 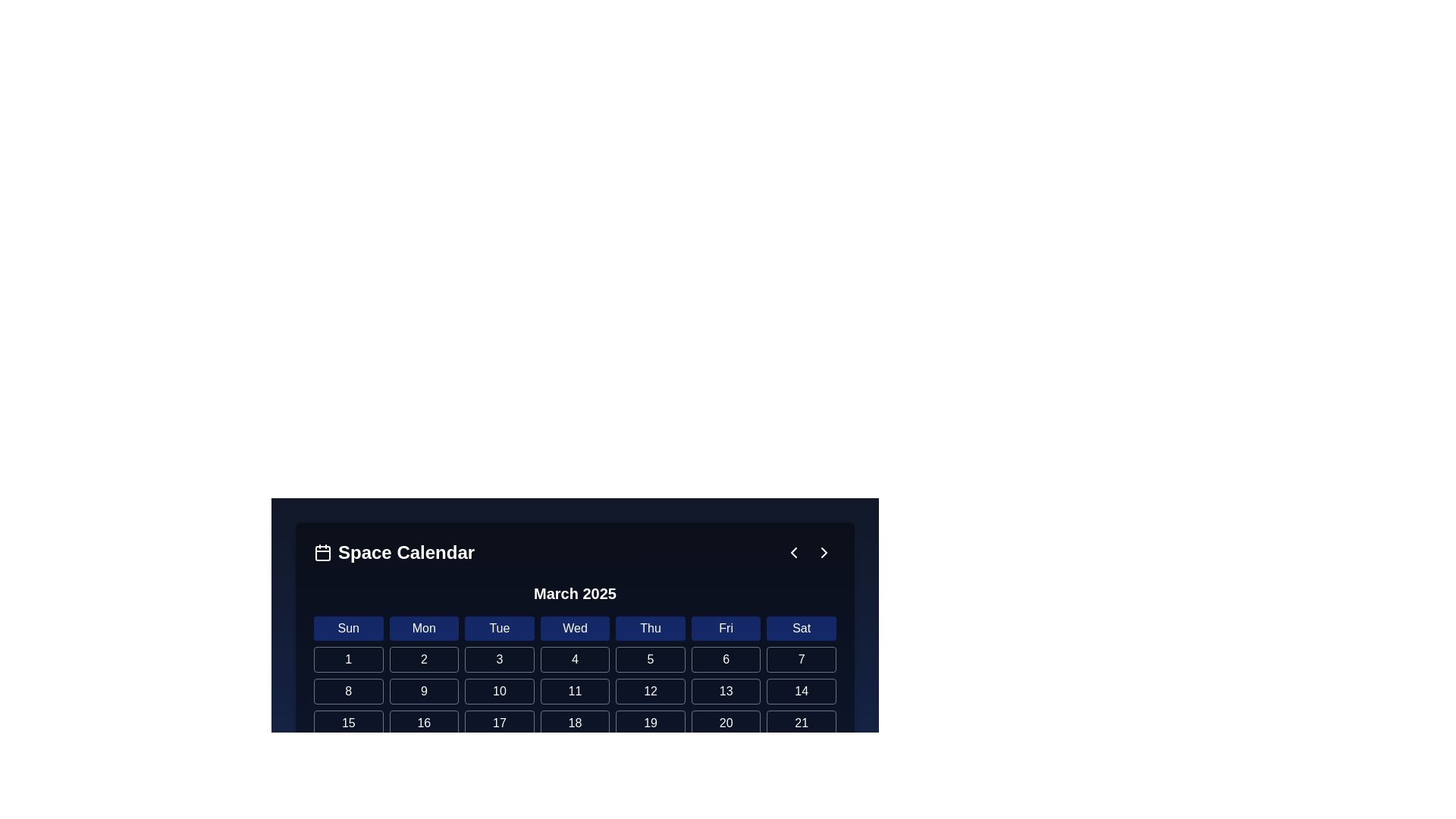 I want to click on the Calendar Day Cell representing the 18th day of March 2025, so click(x=574, y=722).